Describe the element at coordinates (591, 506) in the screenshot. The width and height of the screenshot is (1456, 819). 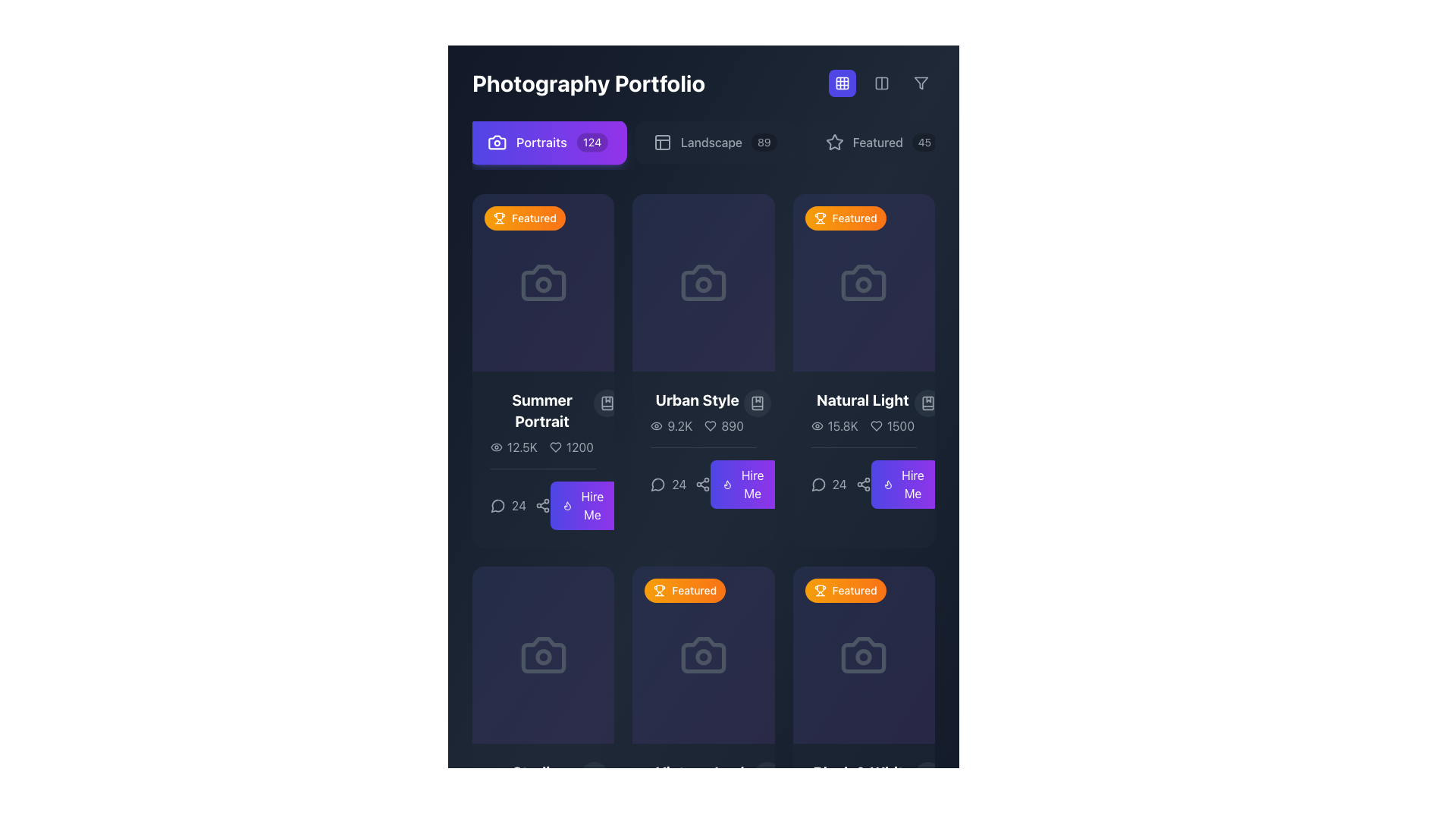
I see `the 'Hiring Request' text label within the 'Urban Style' portfolio card button` at that location.